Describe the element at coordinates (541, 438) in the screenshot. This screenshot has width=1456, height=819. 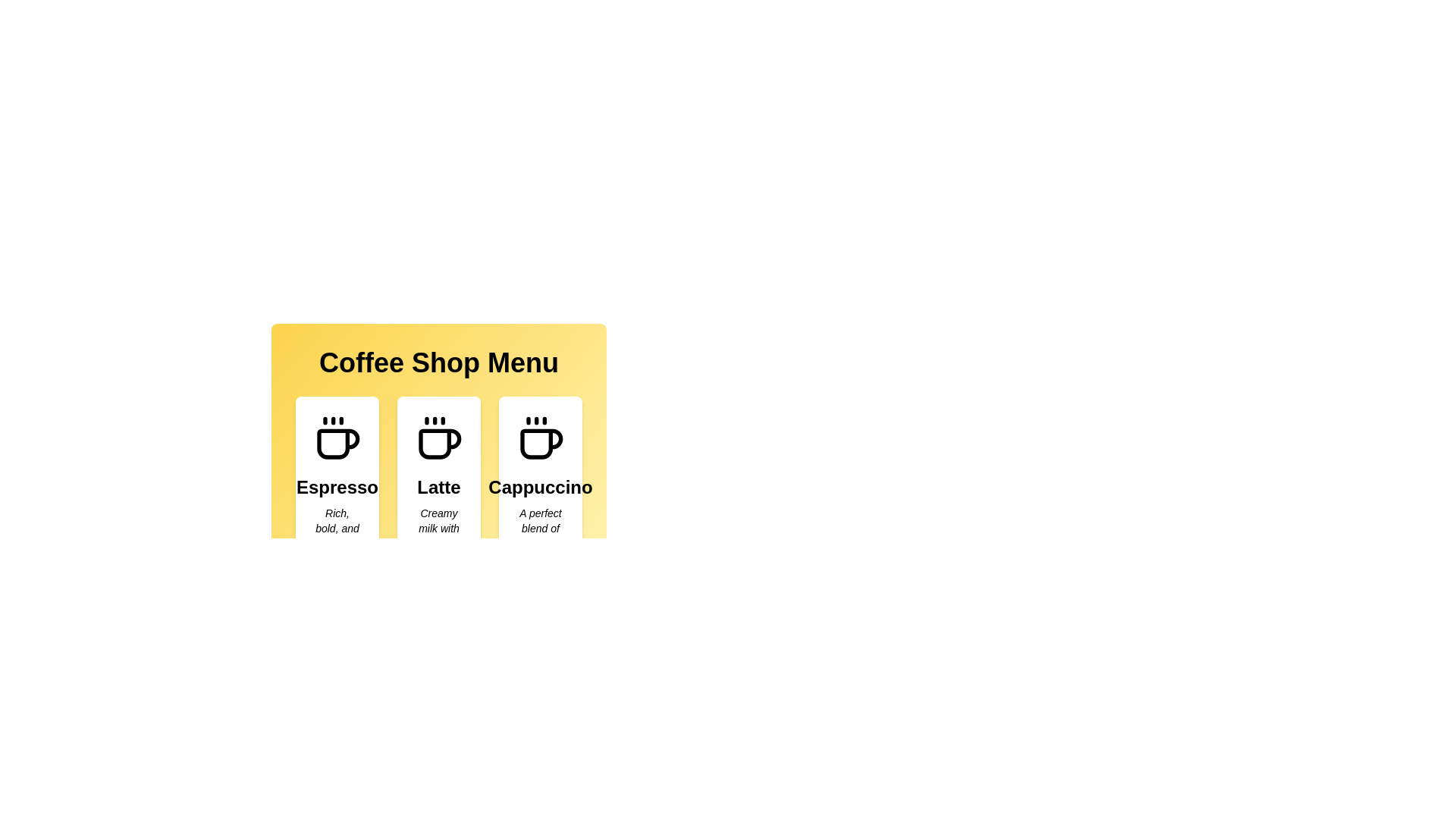
I see `the coffee icon associated with the menu item Cappuccino` at that location.